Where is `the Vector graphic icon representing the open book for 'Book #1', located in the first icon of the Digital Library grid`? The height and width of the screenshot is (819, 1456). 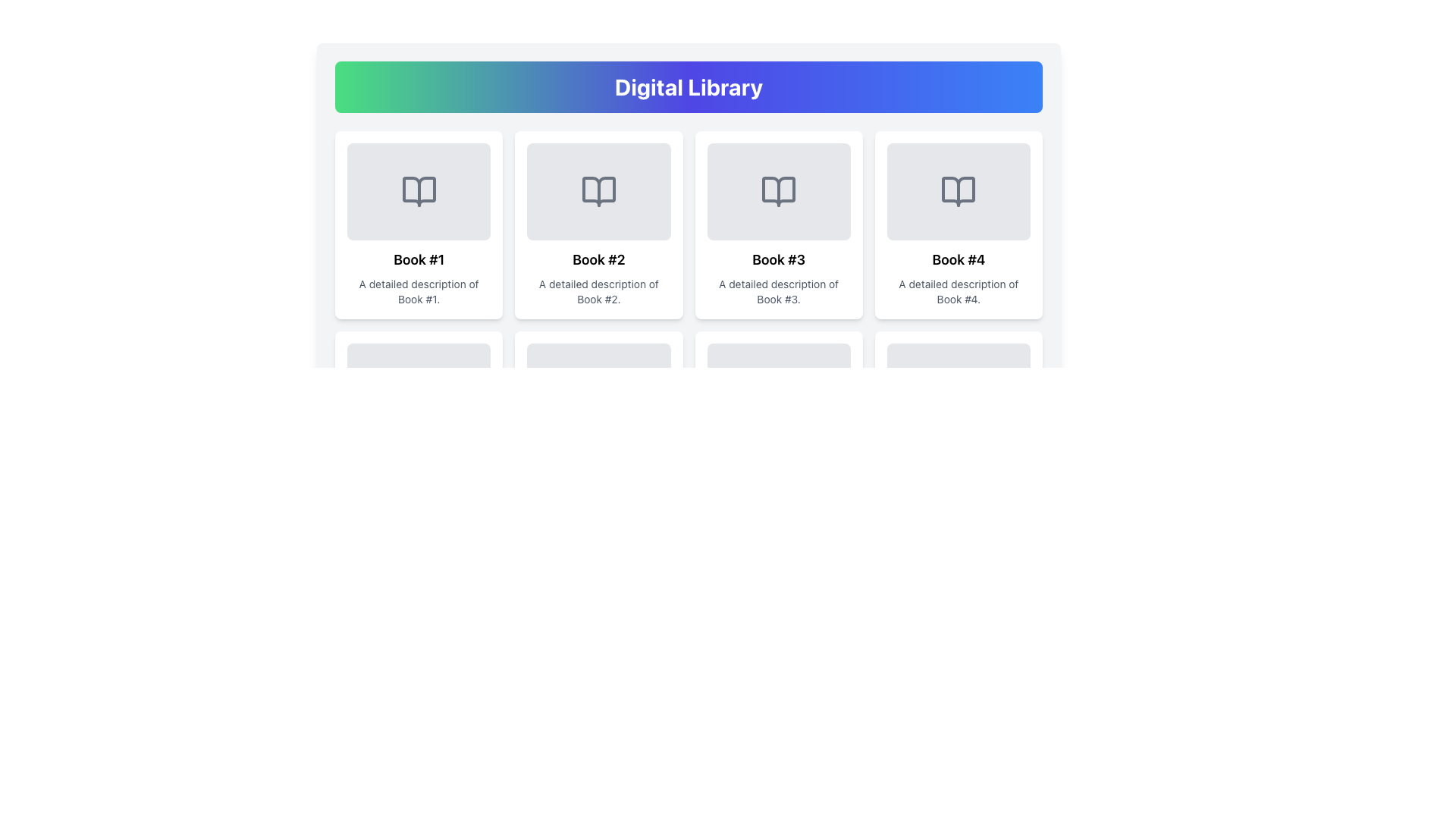 the Vector graphic icon representing the open book for 'Book #1', located in the first icon of the Digital Library grid is located at coordinates (419, 191).